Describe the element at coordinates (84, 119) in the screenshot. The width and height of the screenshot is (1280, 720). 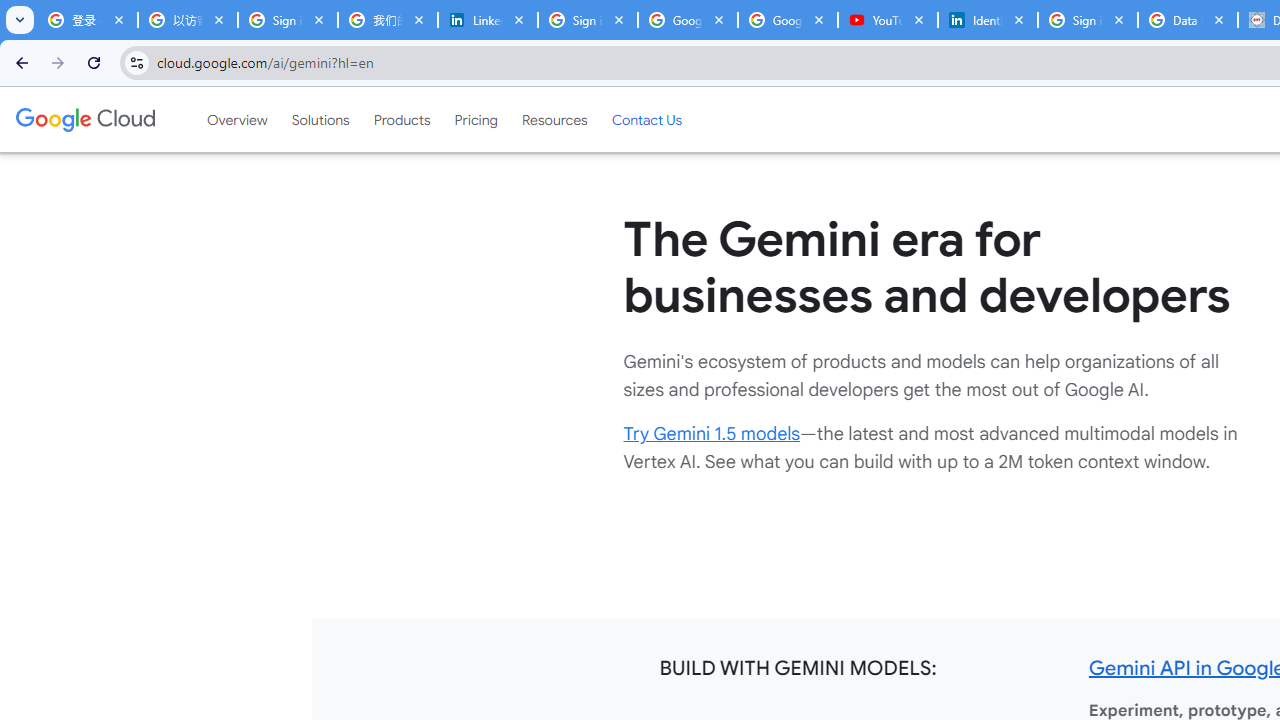
I see `'Google Cloud'` at that location.